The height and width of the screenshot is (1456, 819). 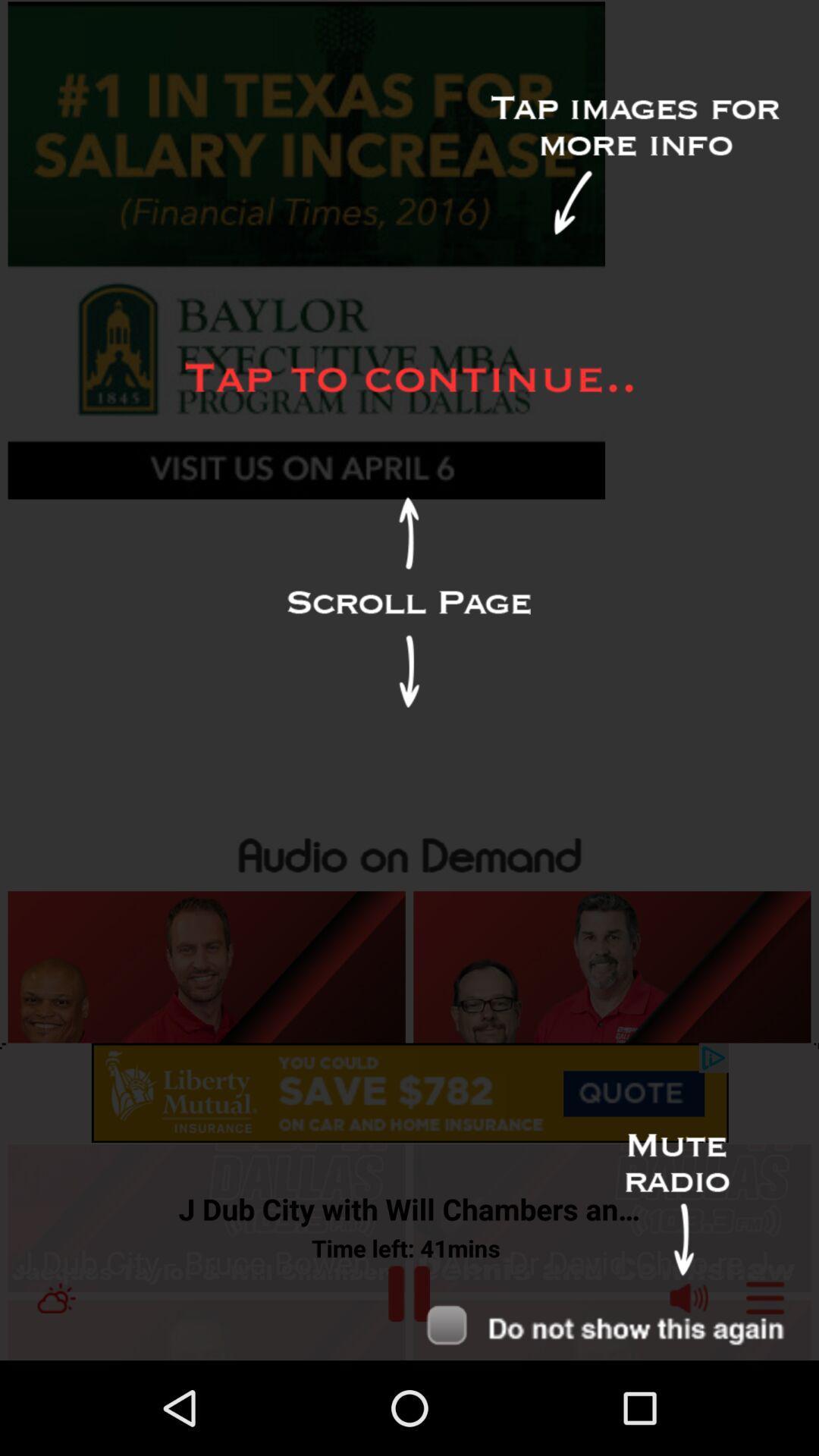 What do you see at coordinates (408, 1385) in the screenshot?
I see `the pause icon` at bounding box center [408, 1385].